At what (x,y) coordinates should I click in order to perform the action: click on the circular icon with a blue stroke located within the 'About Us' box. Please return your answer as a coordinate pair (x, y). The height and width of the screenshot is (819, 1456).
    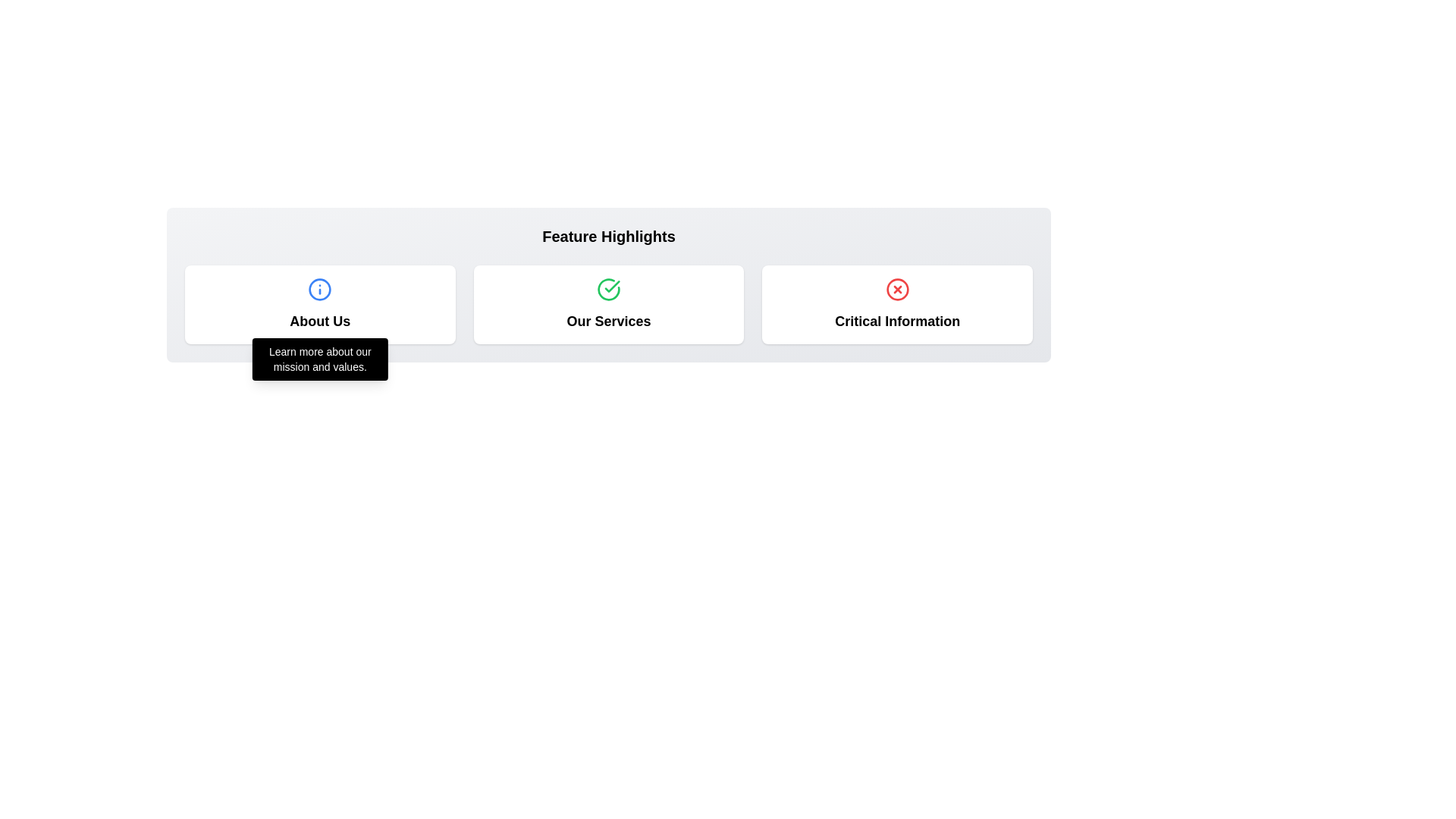
    Looking at the image, I should click on (319, 289).